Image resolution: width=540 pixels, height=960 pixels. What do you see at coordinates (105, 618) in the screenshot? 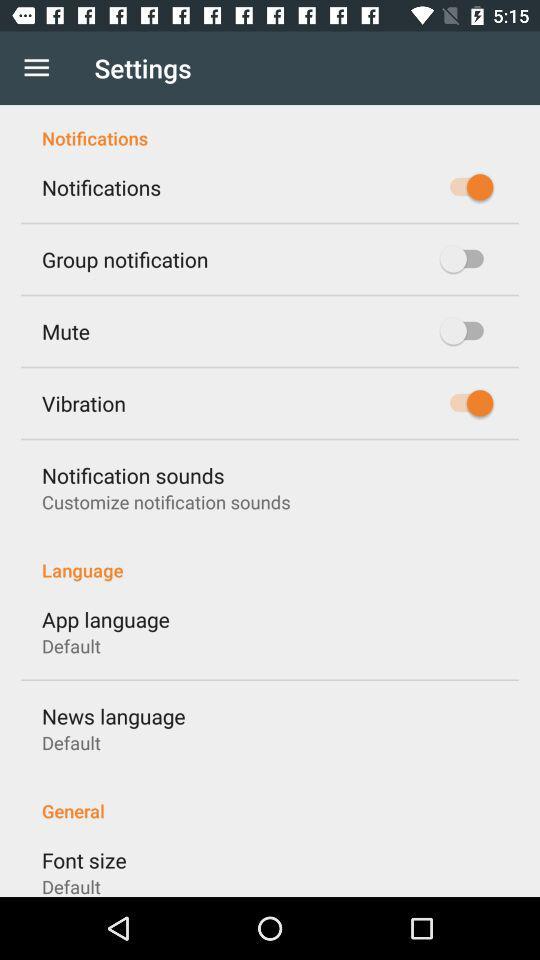
I see `app language item` at bounding box center [105, 618].